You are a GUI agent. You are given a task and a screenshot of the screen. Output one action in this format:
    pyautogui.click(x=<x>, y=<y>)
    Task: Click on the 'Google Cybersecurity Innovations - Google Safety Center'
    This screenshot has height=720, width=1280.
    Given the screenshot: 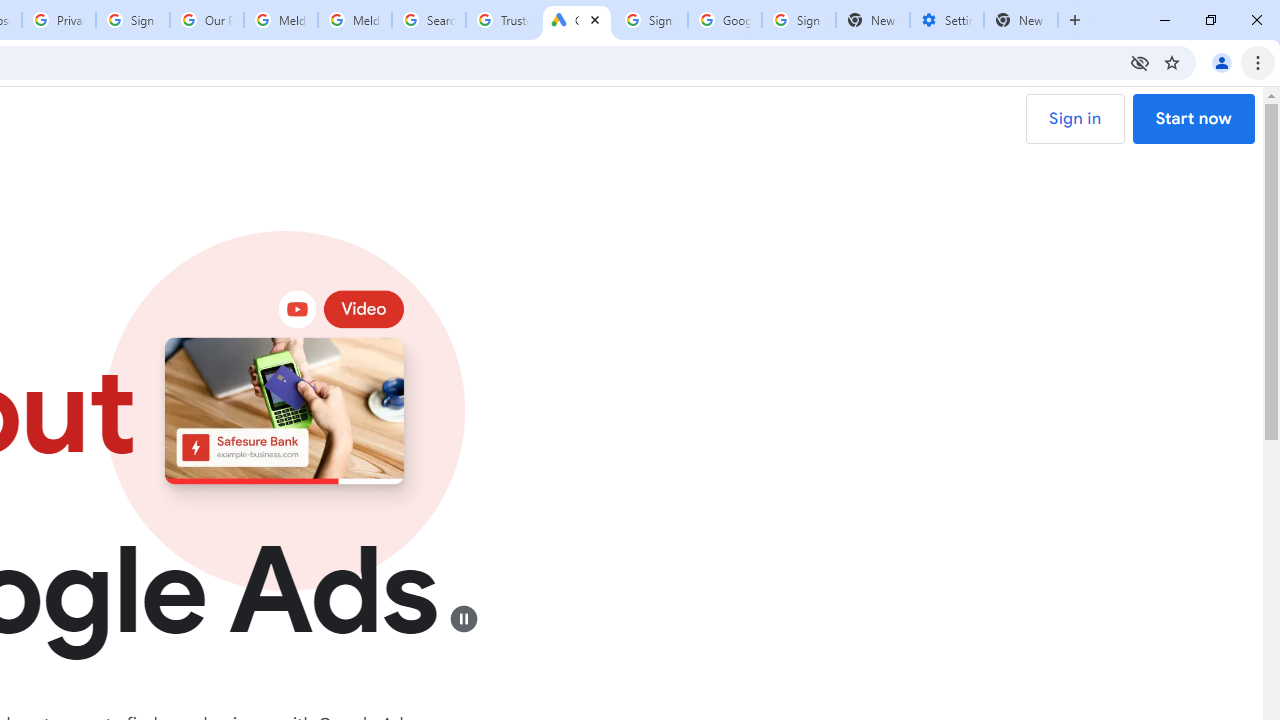 What is the action you would take?
    pyautogui.click(x=723, y=20)
    